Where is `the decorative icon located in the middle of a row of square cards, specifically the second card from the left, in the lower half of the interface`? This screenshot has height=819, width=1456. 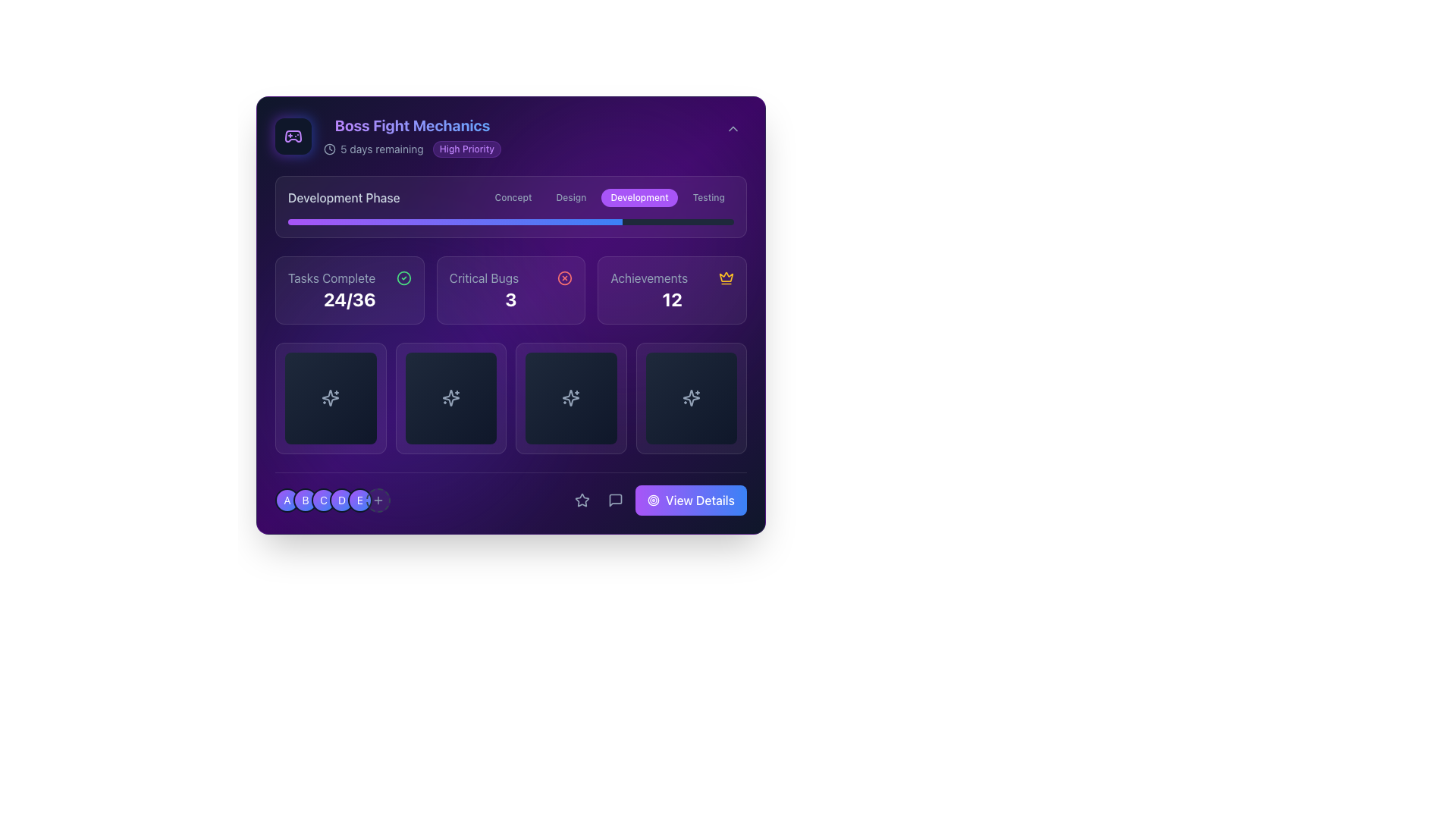 the decorative icon located in the middle of a row of square cards, specifically the second card from the left, in the lower half of the interface is located at coordinates (450, 397).